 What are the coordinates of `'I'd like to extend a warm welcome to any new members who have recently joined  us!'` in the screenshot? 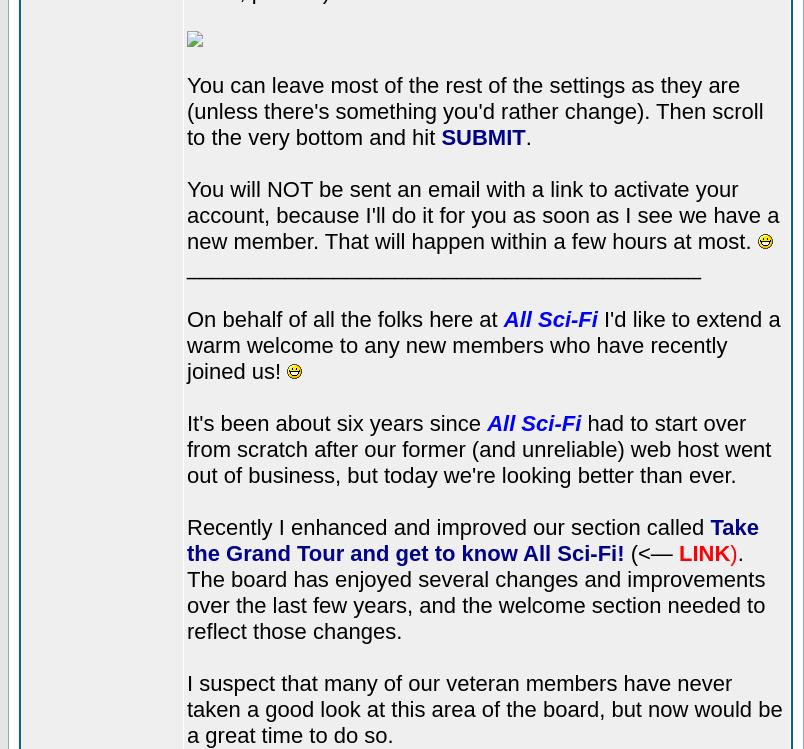 It's located at (482, 344).